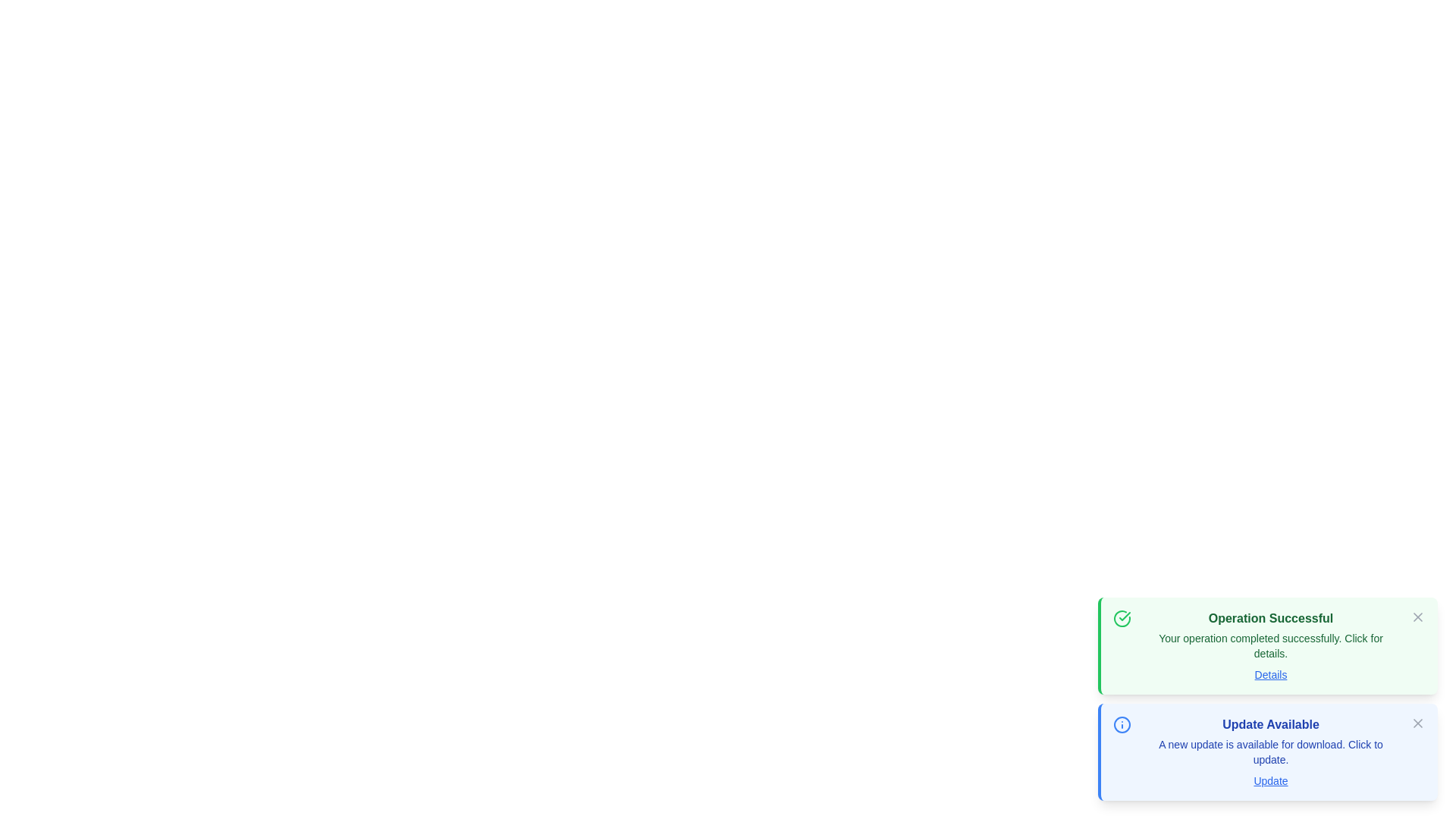  What do you see at coordinates (1270, 752) in the screenshot?
I see `the descriptive text element informing the user about the available update, which is located below the 'Update Available' title and above the 'Update' link in the notification card` at bounding box center [1270, 752].